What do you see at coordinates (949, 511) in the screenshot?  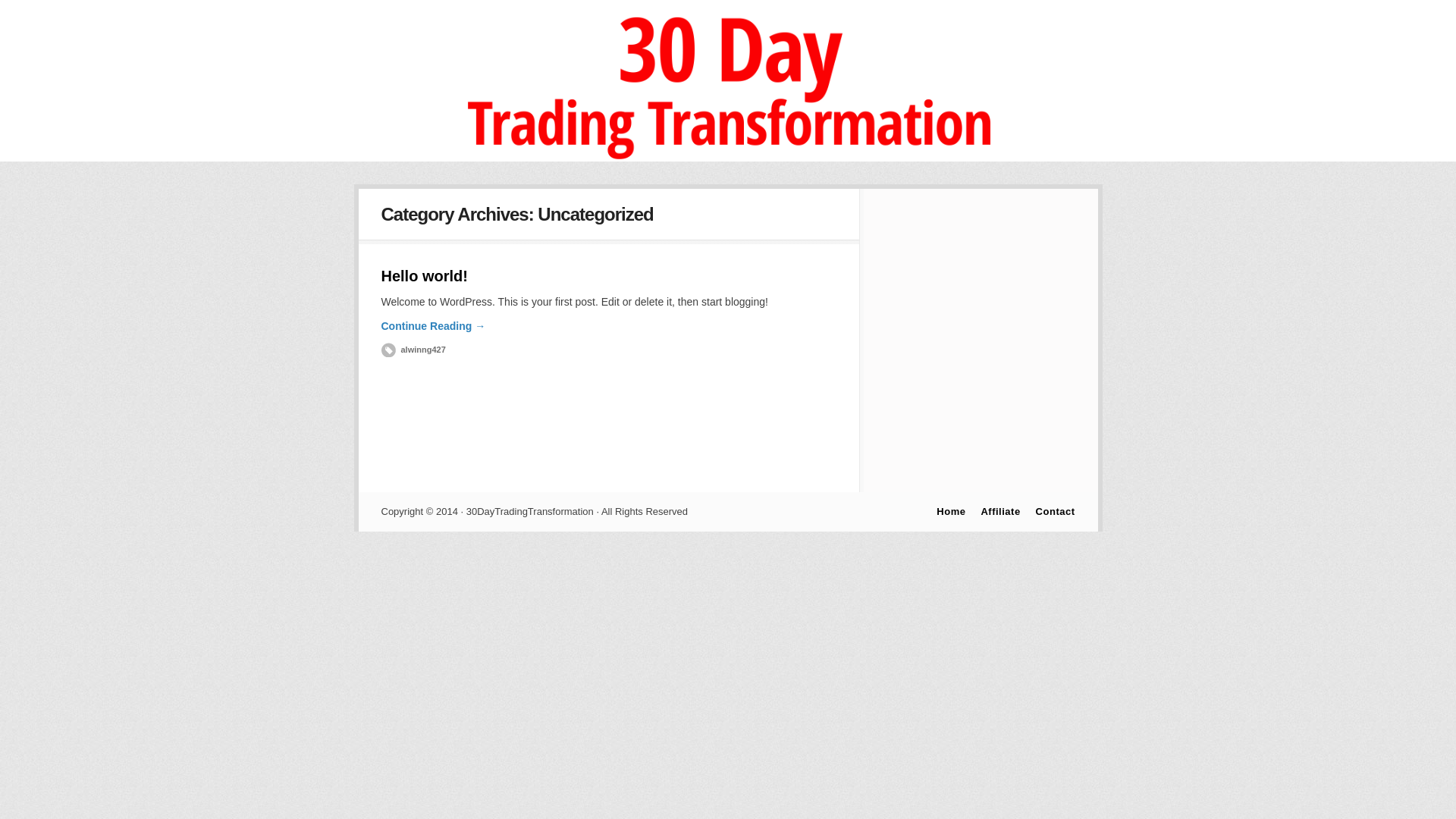 I see `'Home'` at bounding box center [949, 511].